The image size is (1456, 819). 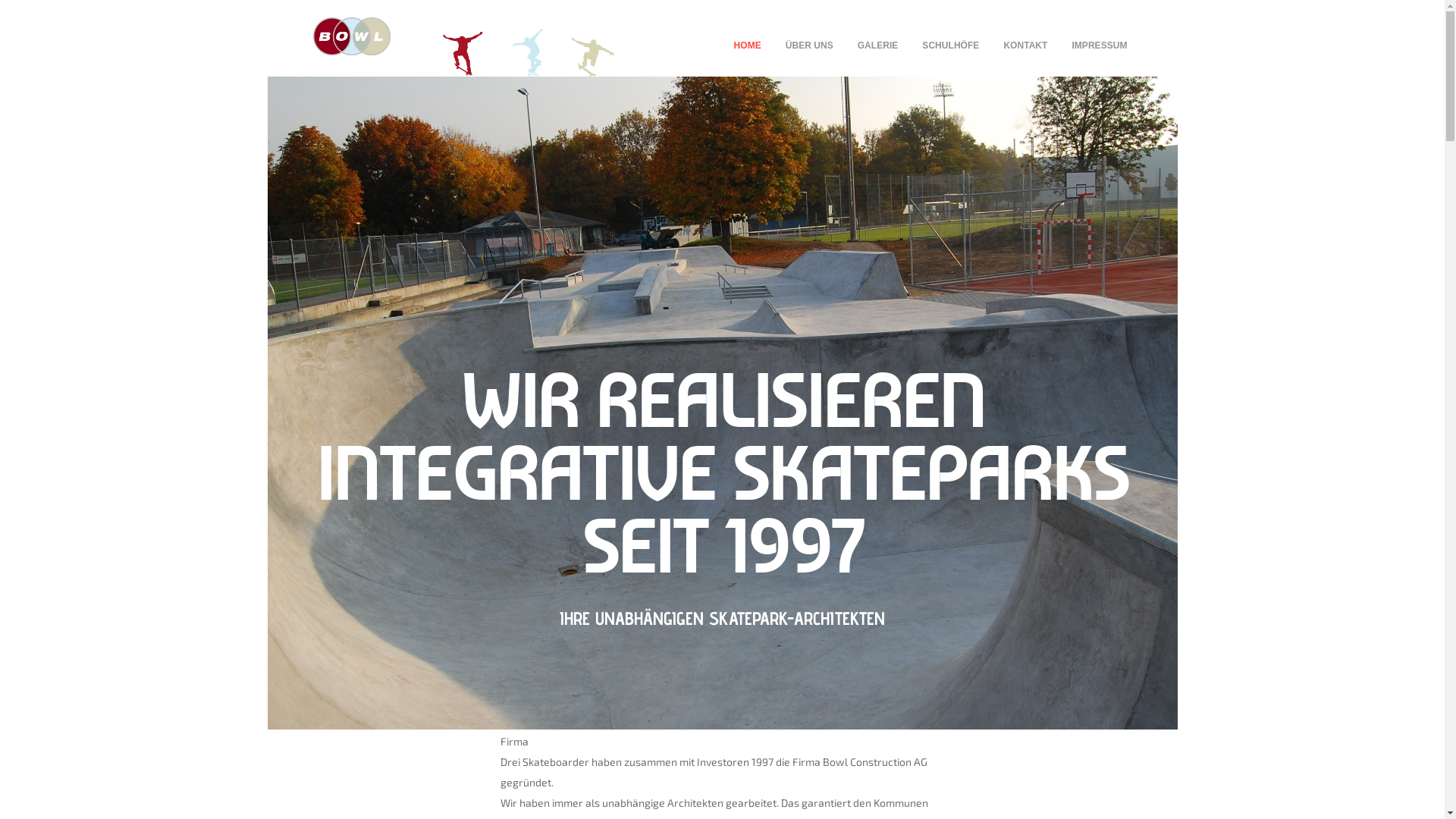 I want to click on 'IMPRESSUM', so click(x=1099, y=45).